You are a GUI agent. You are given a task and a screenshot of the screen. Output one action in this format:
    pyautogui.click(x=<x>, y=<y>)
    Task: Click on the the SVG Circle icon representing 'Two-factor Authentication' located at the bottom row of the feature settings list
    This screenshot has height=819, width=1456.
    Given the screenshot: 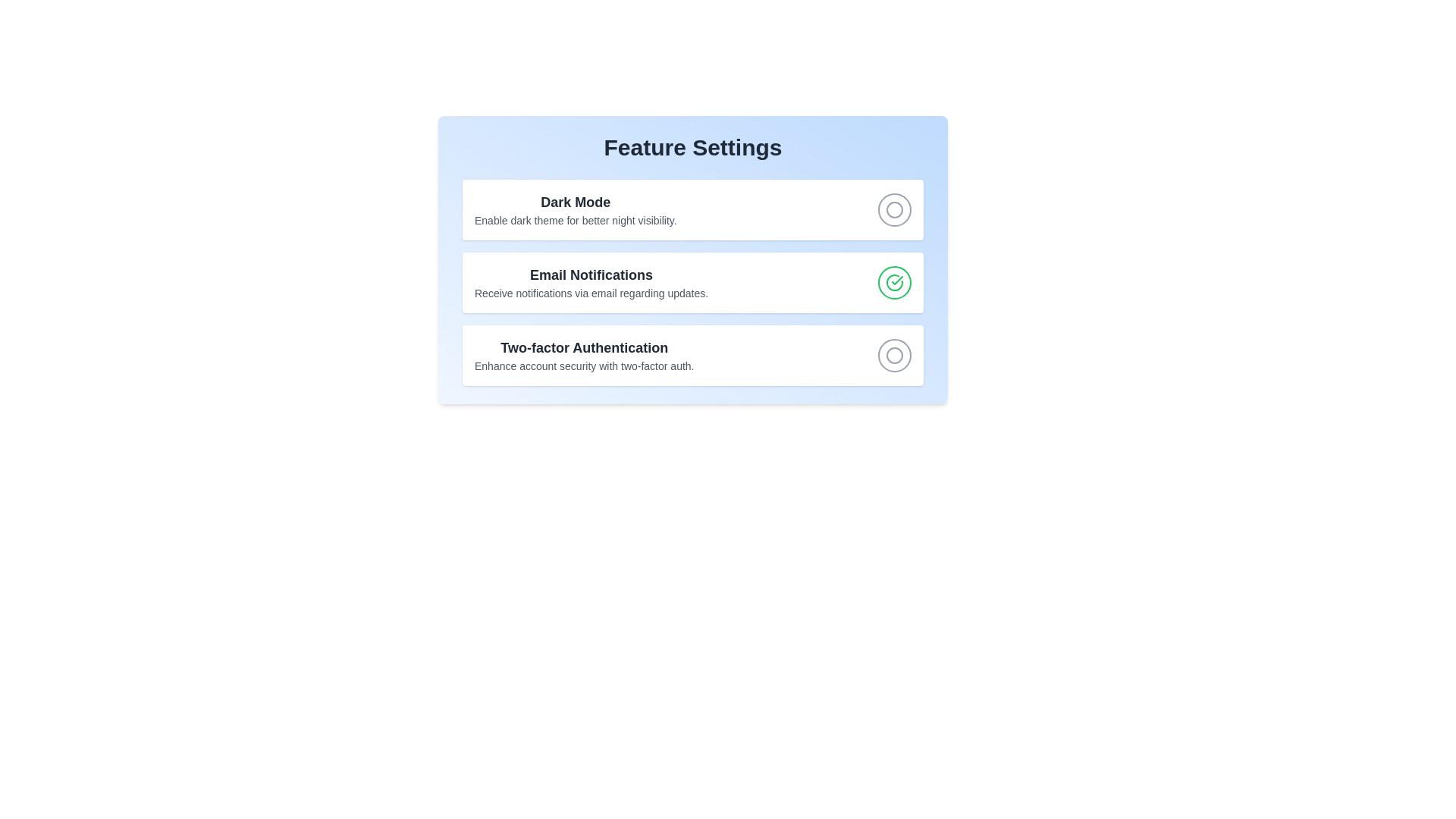 What is the action you would take?
    pyautogui.click(x=895, y=356)
    